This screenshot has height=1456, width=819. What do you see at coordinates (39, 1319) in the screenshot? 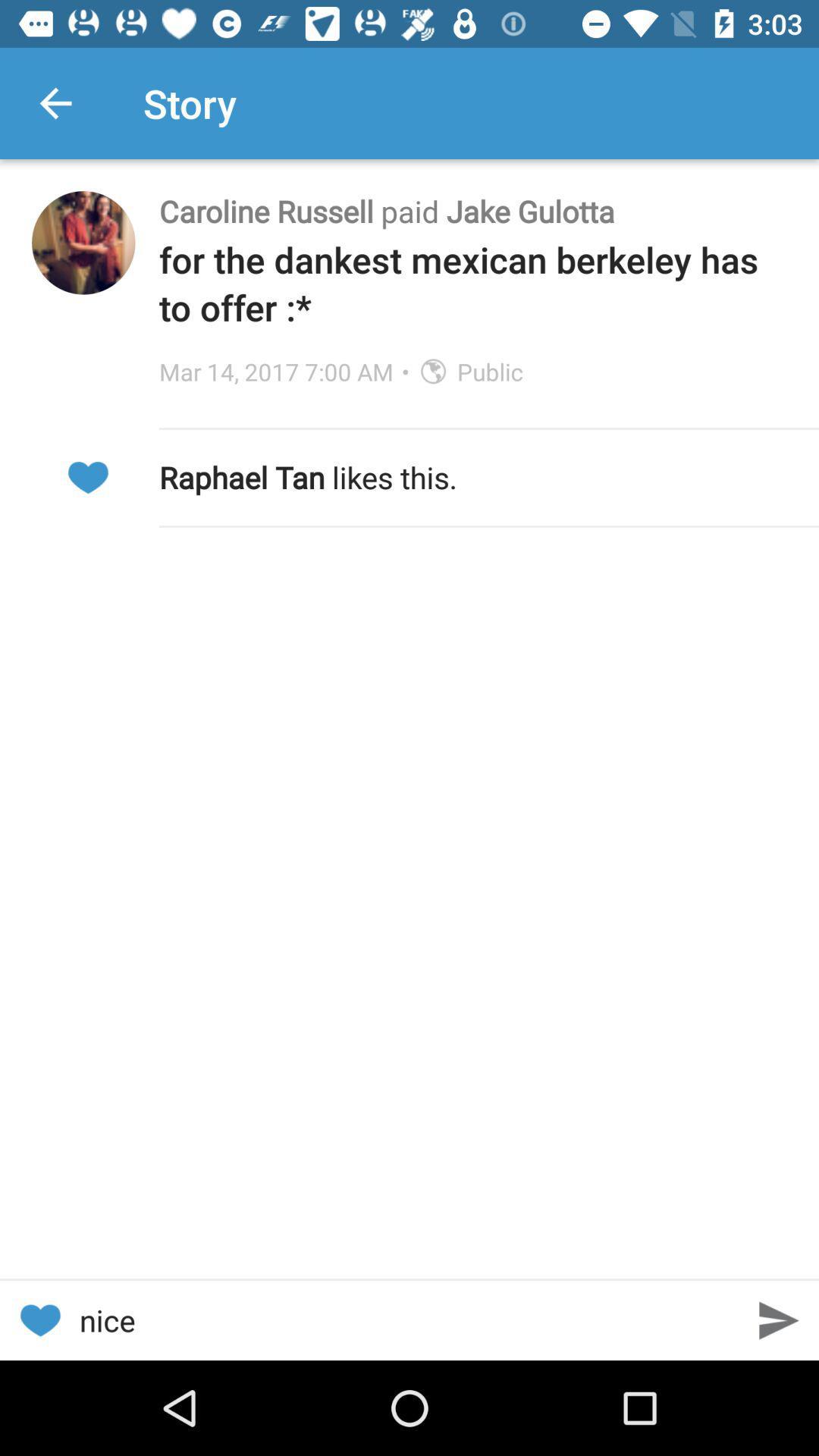
I see `like this post` at bounding box center [39, 1319].